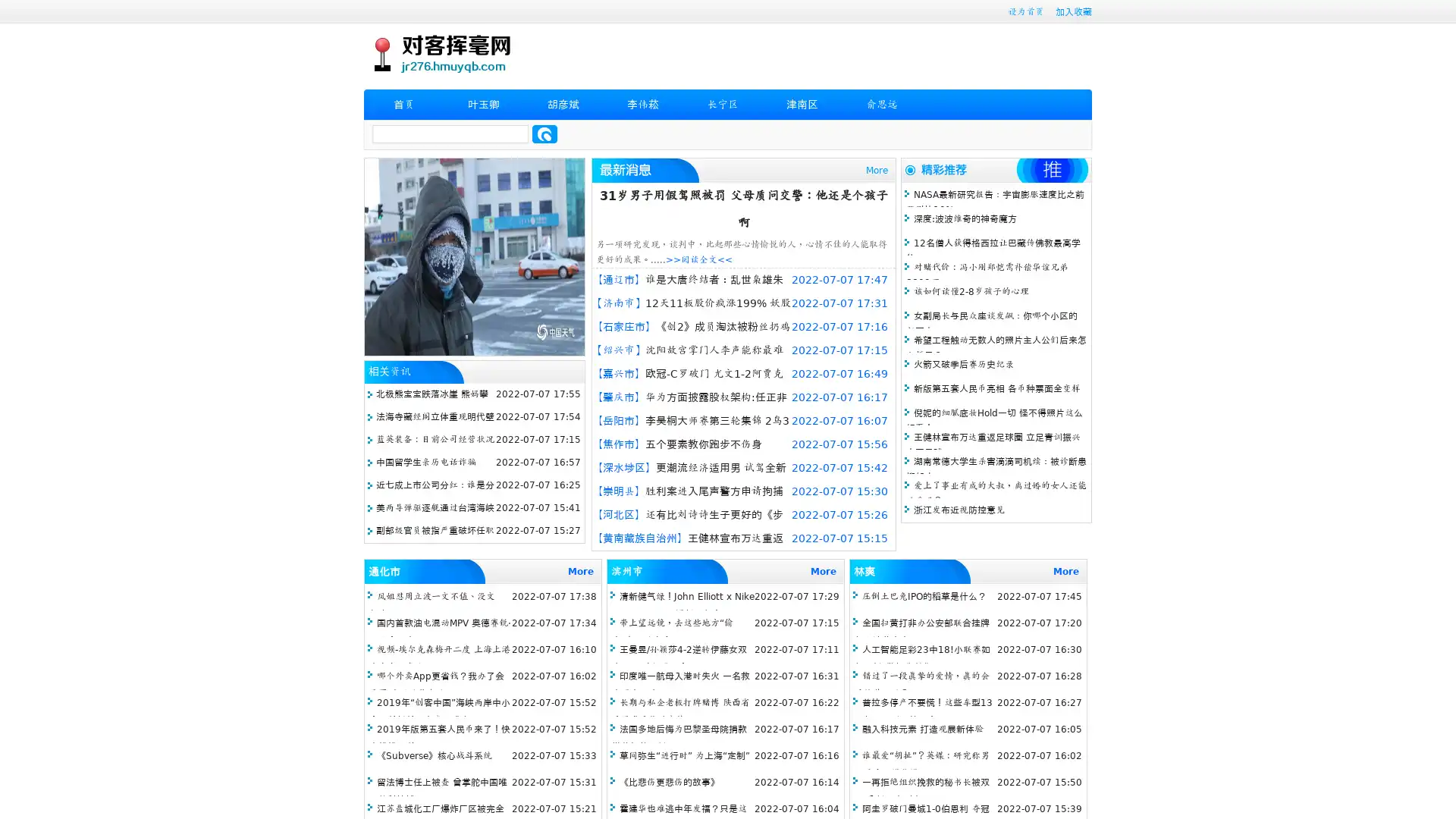 This screenshot has height=819, width=1456. Describe the element at coordinates (544, 133) in the screenshot. I see `Search` at that location.